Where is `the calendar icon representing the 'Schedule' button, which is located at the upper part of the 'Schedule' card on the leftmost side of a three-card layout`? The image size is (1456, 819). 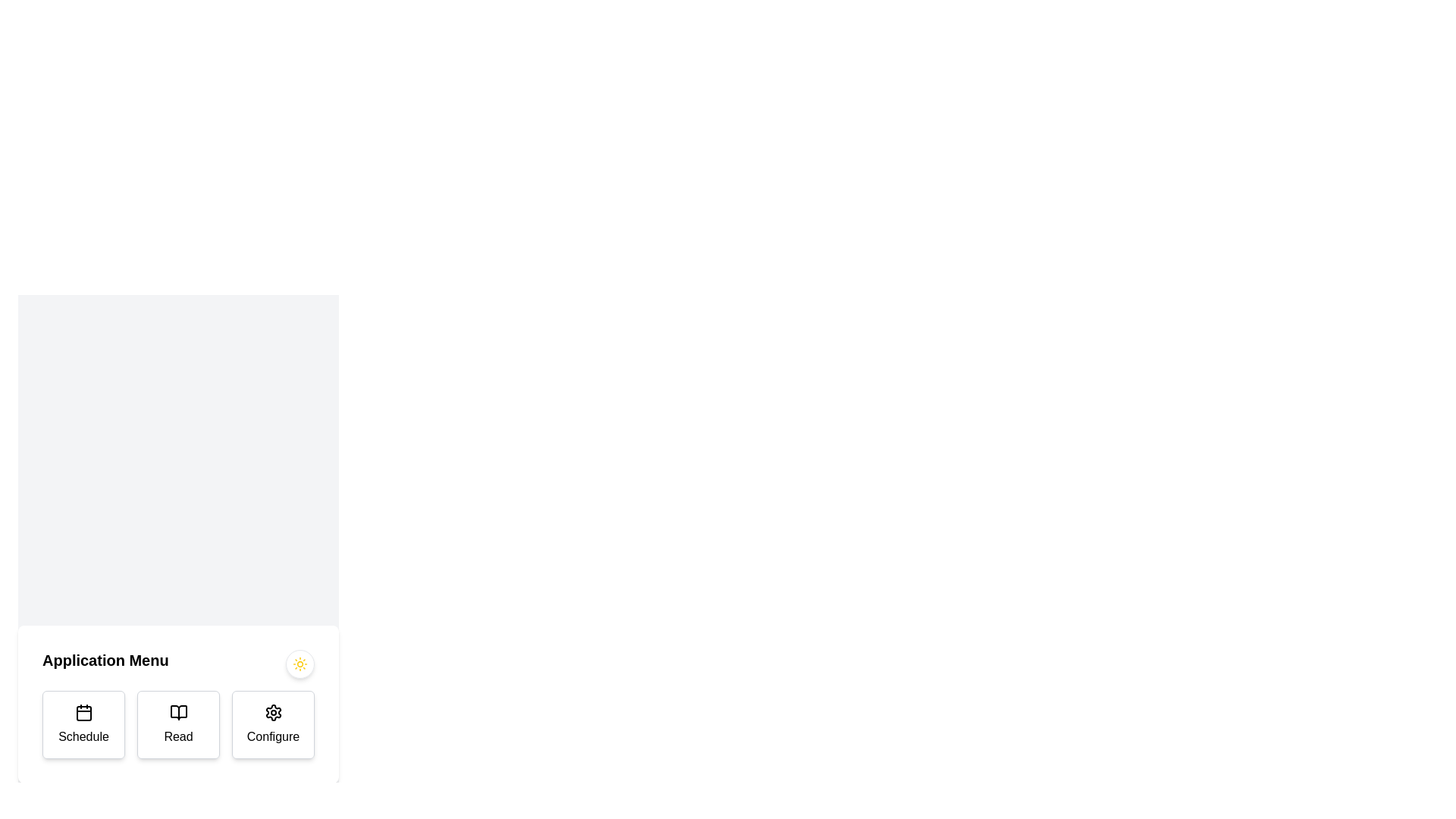
the calendar icon representing the 'Schedule' button, which is located at the upper part of the 'Schedule' card on the leftmost side of a three-card layout is located at coordinates (83, 713).